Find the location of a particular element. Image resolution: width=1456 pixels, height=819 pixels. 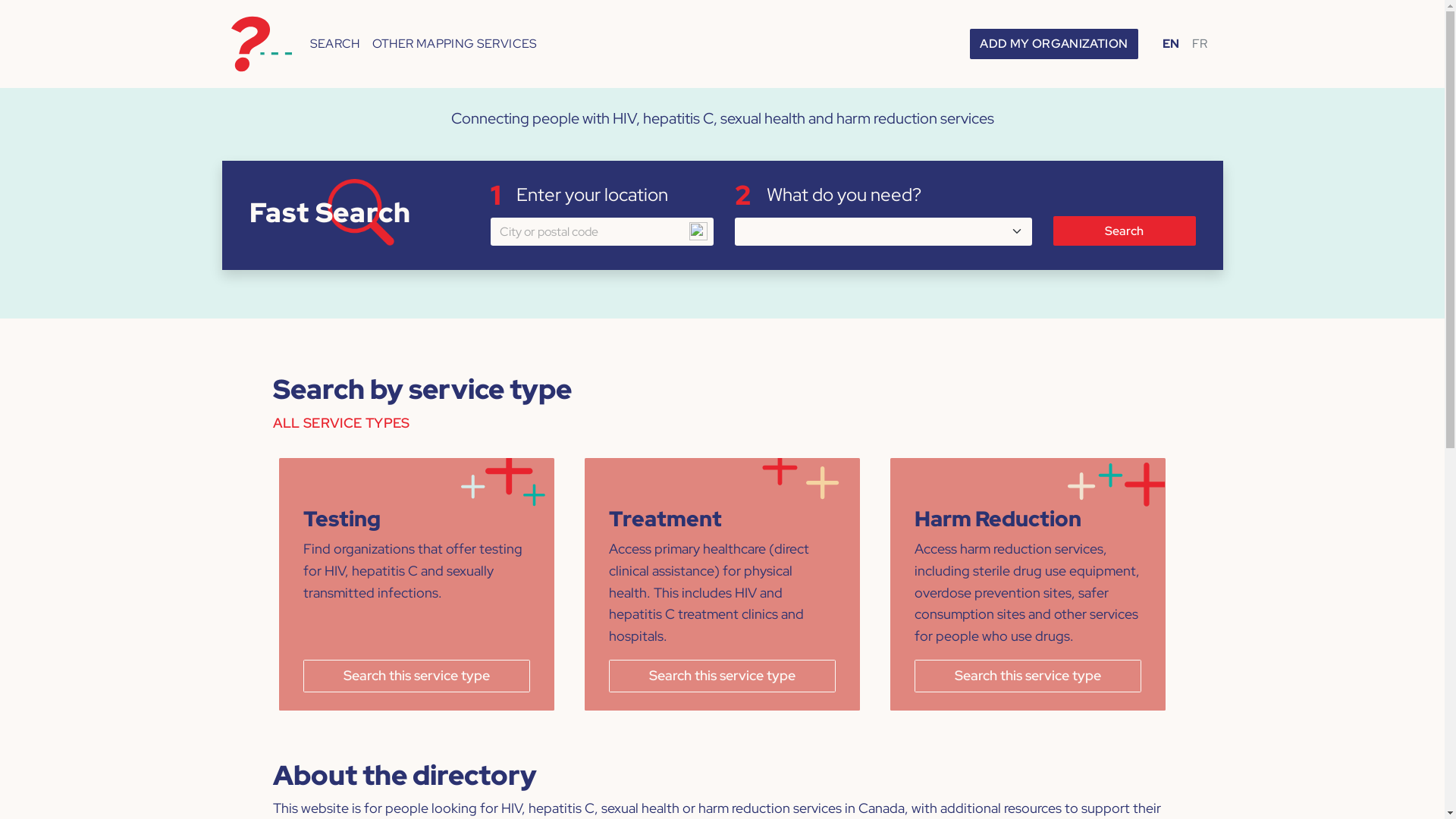

'ADD MY ORGANIZATION' is located at coordinates (1053, 42).